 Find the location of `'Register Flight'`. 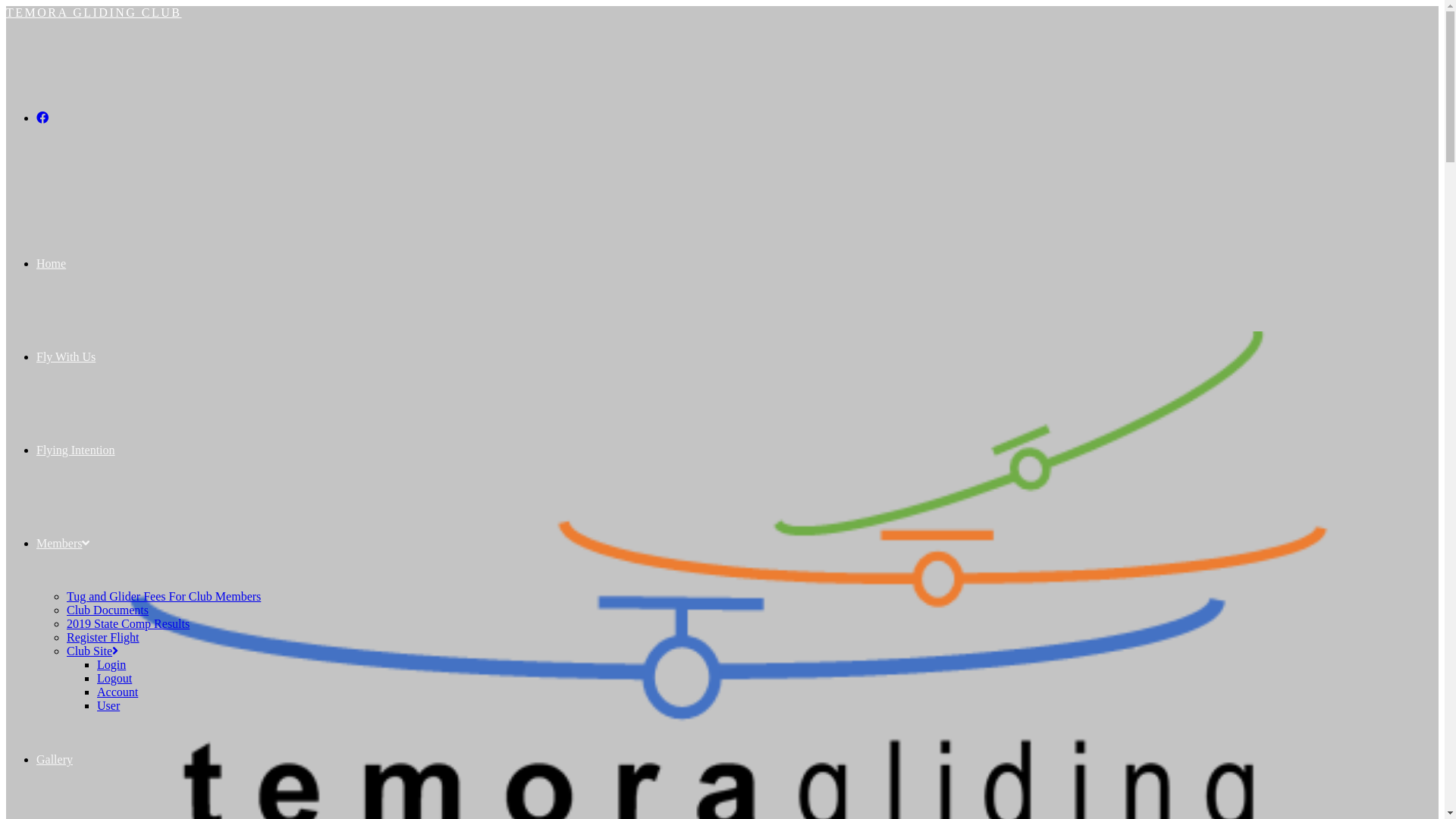

'Register Flight' is located at coordinates (102, 637).